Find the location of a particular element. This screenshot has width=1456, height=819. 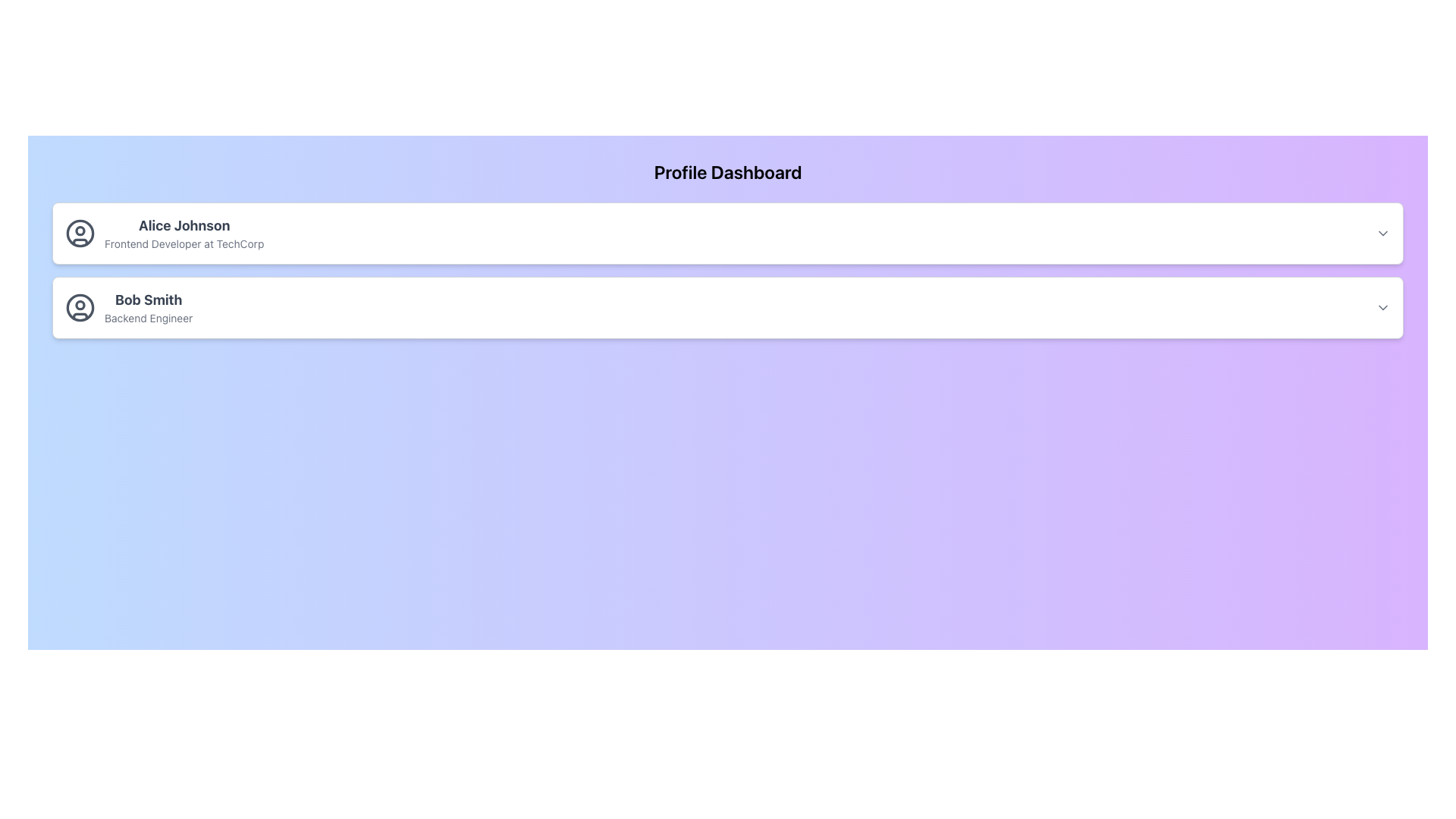

the multi-line text content that displays 'Alice Johnson' and 'Frontend Developer at TechCorp', located within the first profile card box under the 'Profile Dashboard' text is located at coordinates (184, 234).